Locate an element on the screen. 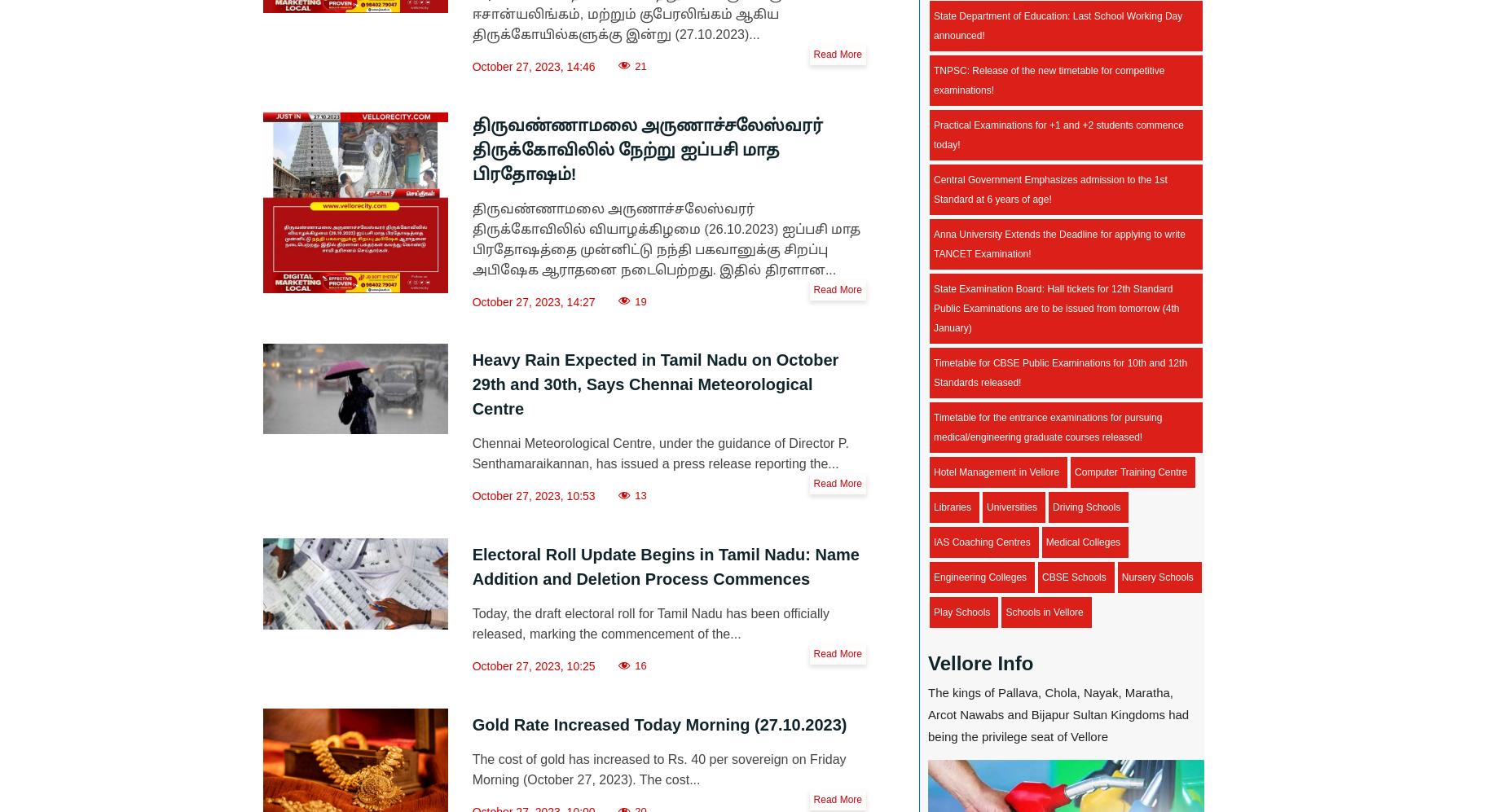 The height and width of the screenshot is (812, 1496). 'Libraries' is located at coordinates (951, 507).